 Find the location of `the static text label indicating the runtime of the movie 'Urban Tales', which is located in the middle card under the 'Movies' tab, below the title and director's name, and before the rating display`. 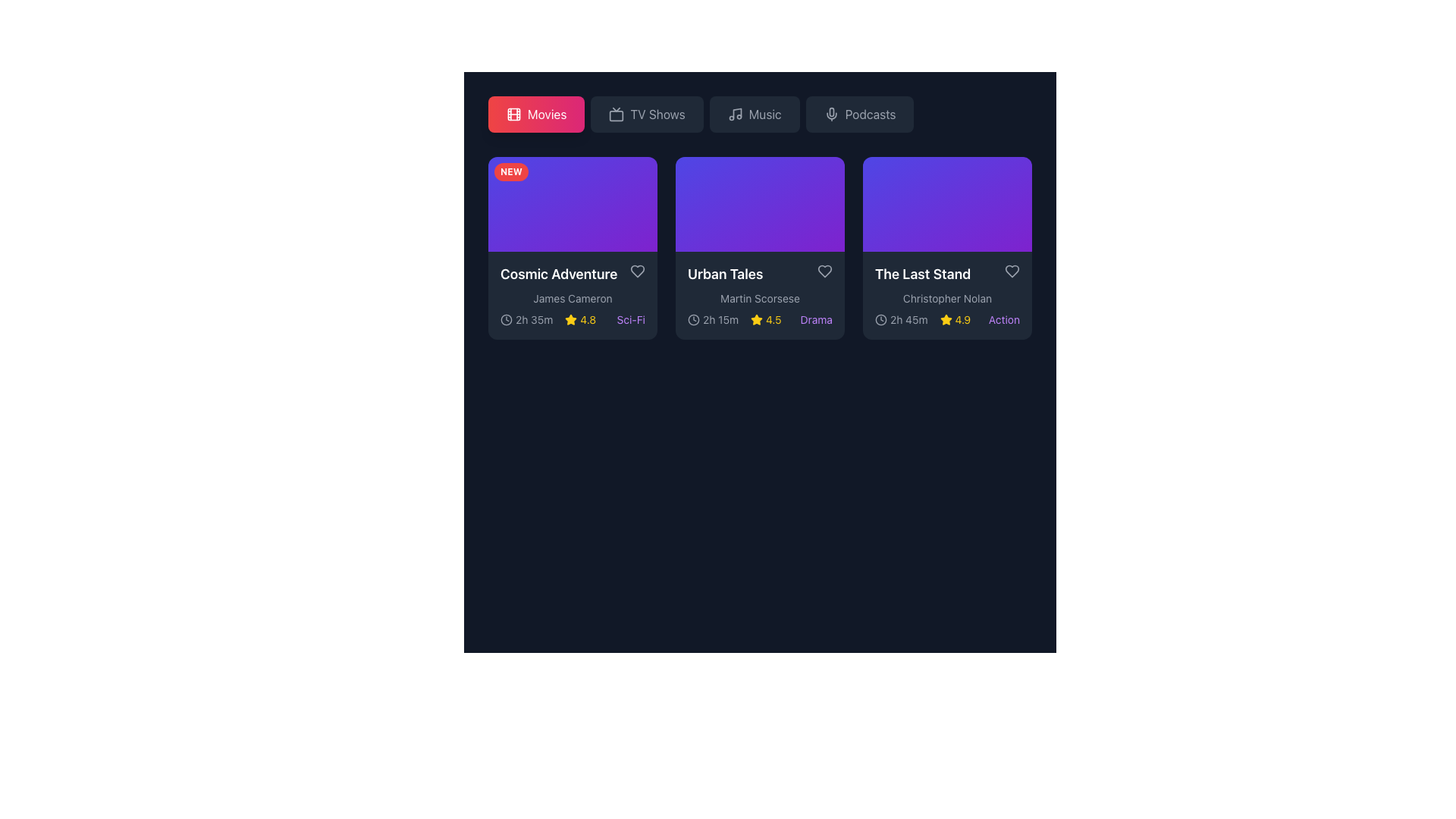

the static text label indicating the runtime of the movie 'Urban Tales', which is located in the middle card under the 'Movies' tab, below the title and director's name, and before the rating display is located at coordinates (712, 319).